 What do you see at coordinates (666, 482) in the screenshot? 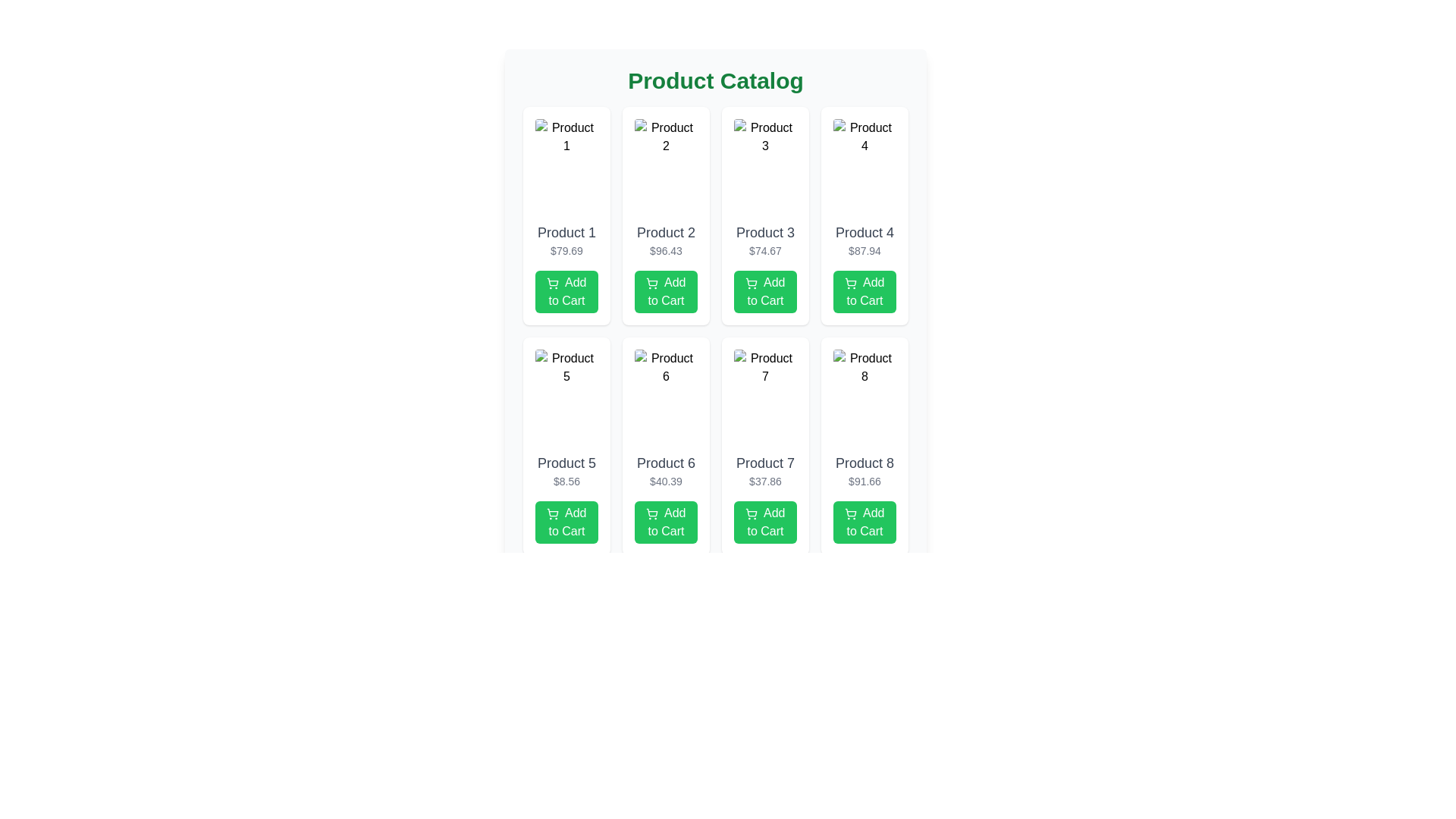
I see `the price label of 'Product 6' which is located directly below its title and above the 'Add to Cart' button` at bounding box center [666, 482].